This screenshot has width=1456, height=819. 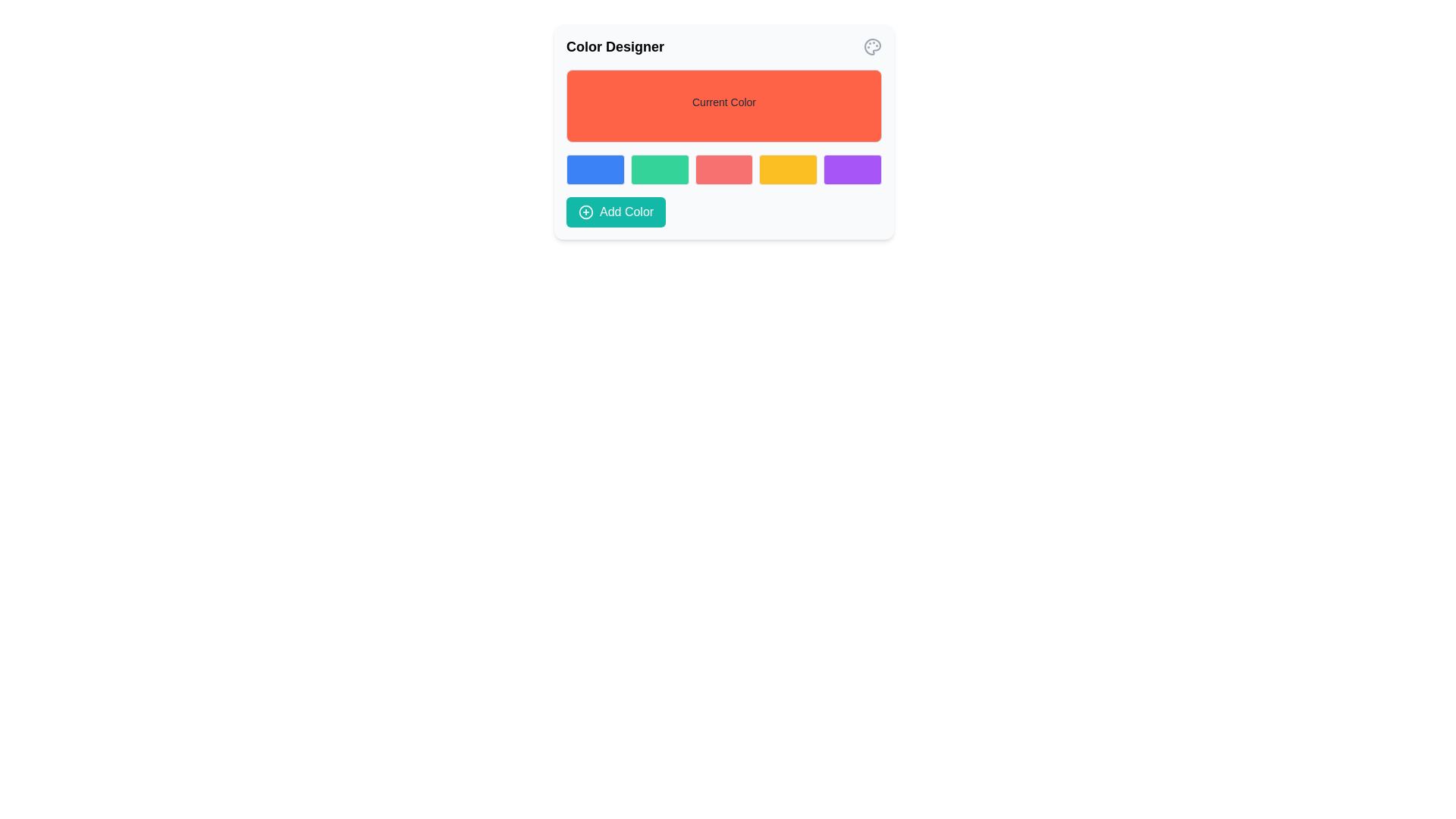 What do you see at coordinates (585, 212) in the screenshot?
I see `the action icon located on the left side of the green 'Add Color' button at the bottom of the 'Color Designer' card interface` at bounding box center [585, 212].